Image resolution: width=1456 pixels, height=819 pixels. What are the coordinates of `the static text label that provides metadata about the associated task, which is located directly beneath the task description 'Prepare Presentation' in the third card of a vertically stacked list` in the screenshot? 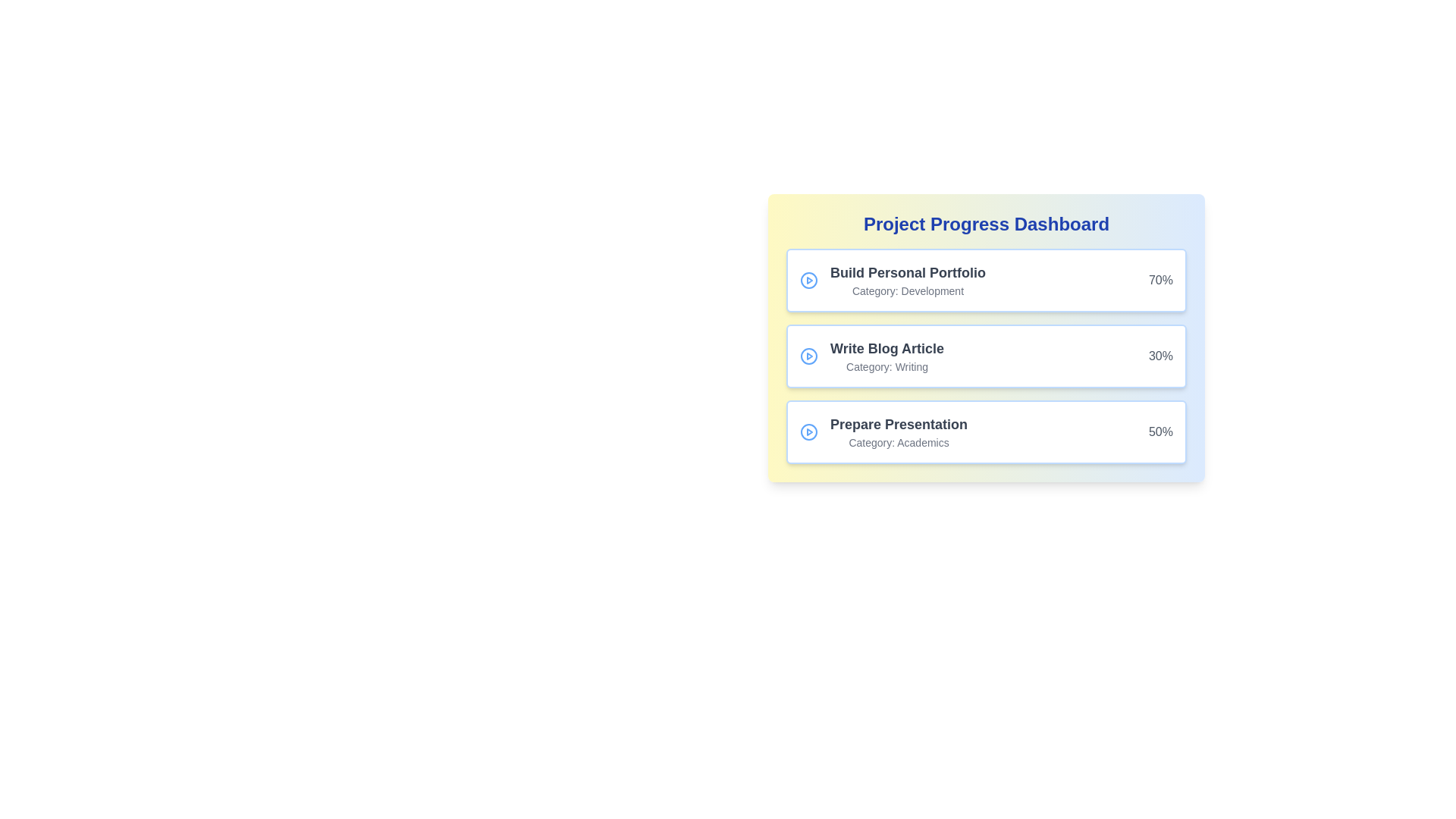 It's located at (899, 442).